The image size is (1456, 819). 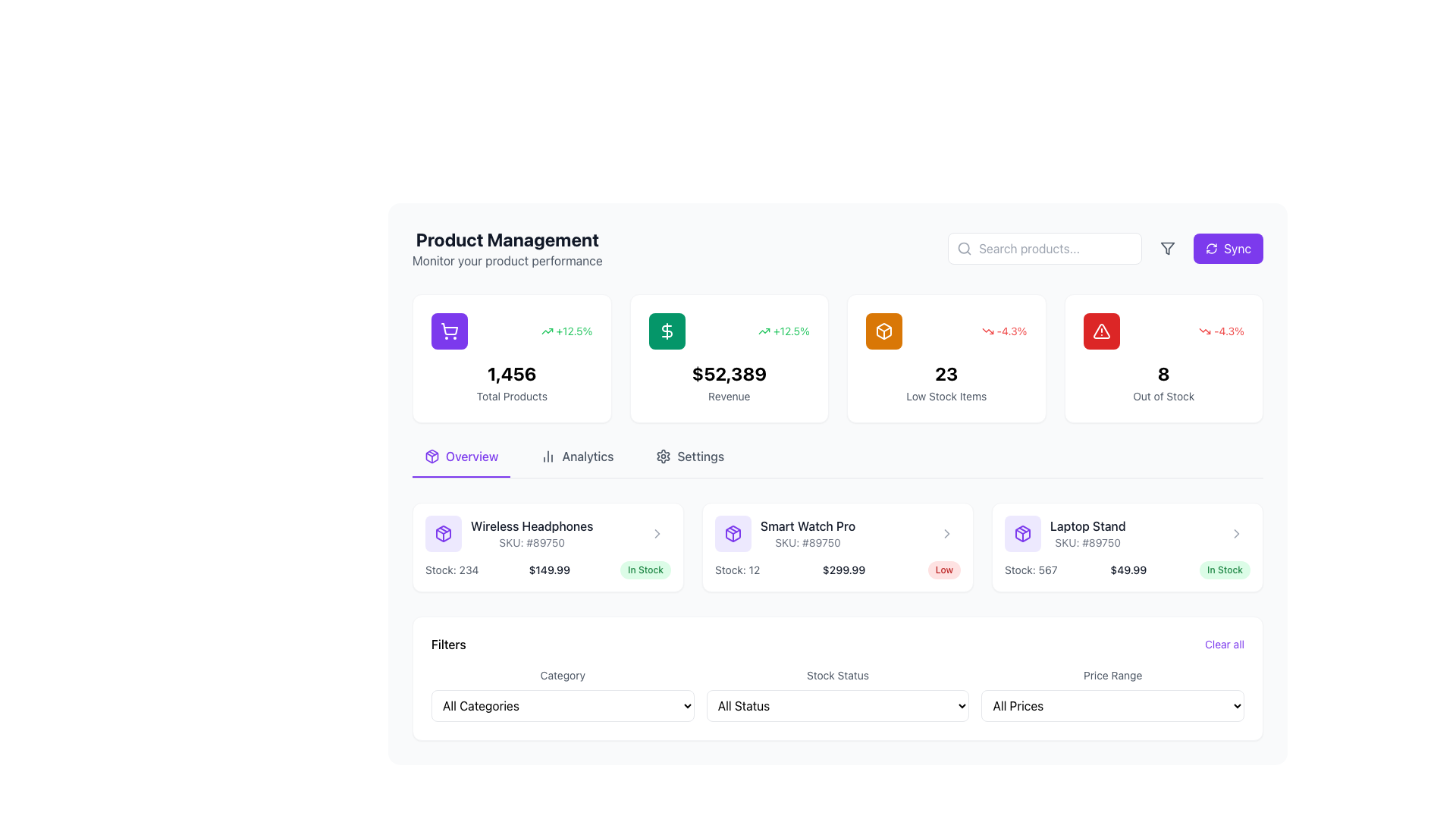 I want to click on text label displaying 'Laptop Stand' and 'SKU: #89750' located in the bottom row of the product list, specifically in the rightmost column of the row, so click(x=1087, y=533).